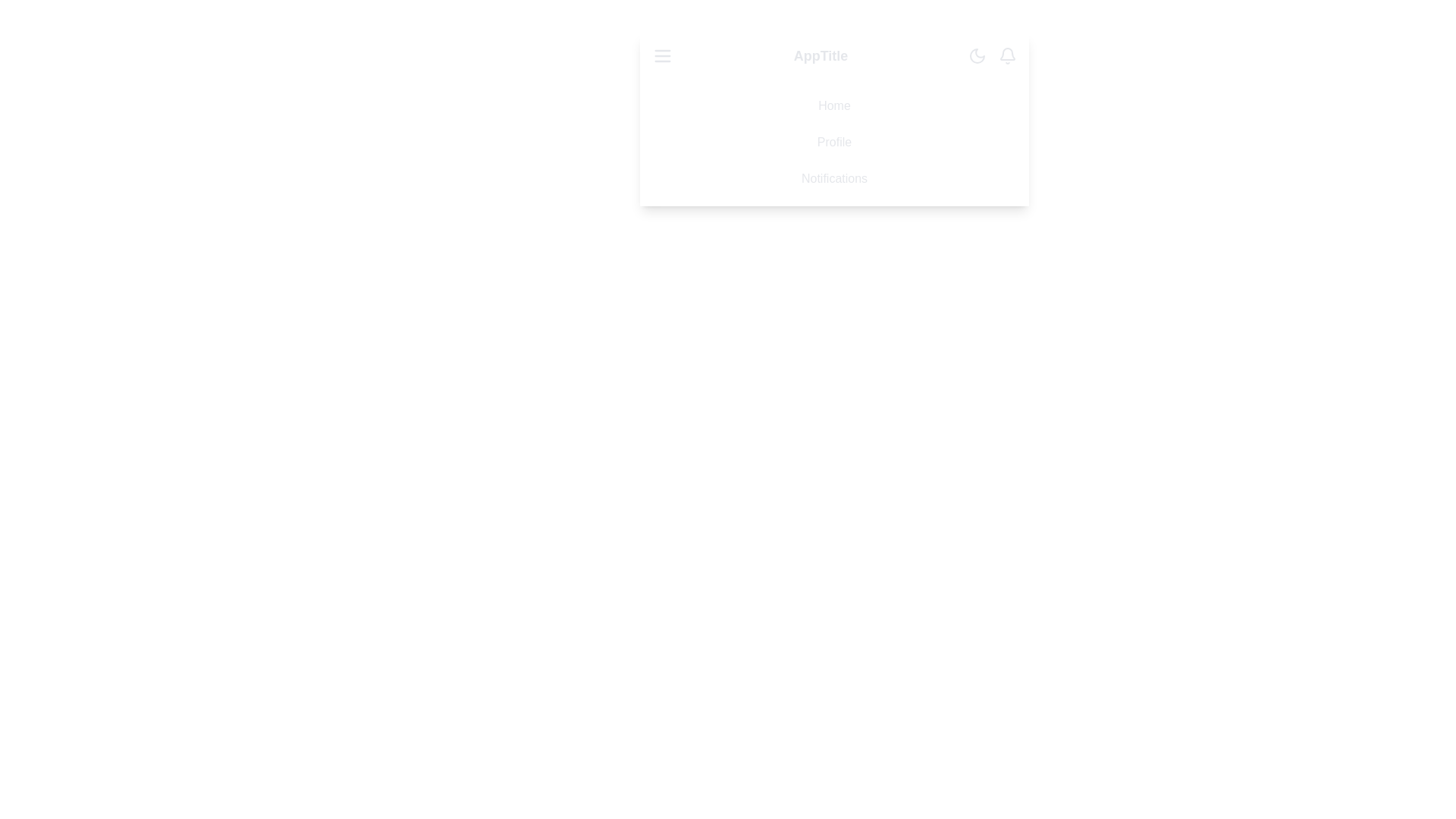  I want to click on the menu item Home to select its text, so click(833, 105).